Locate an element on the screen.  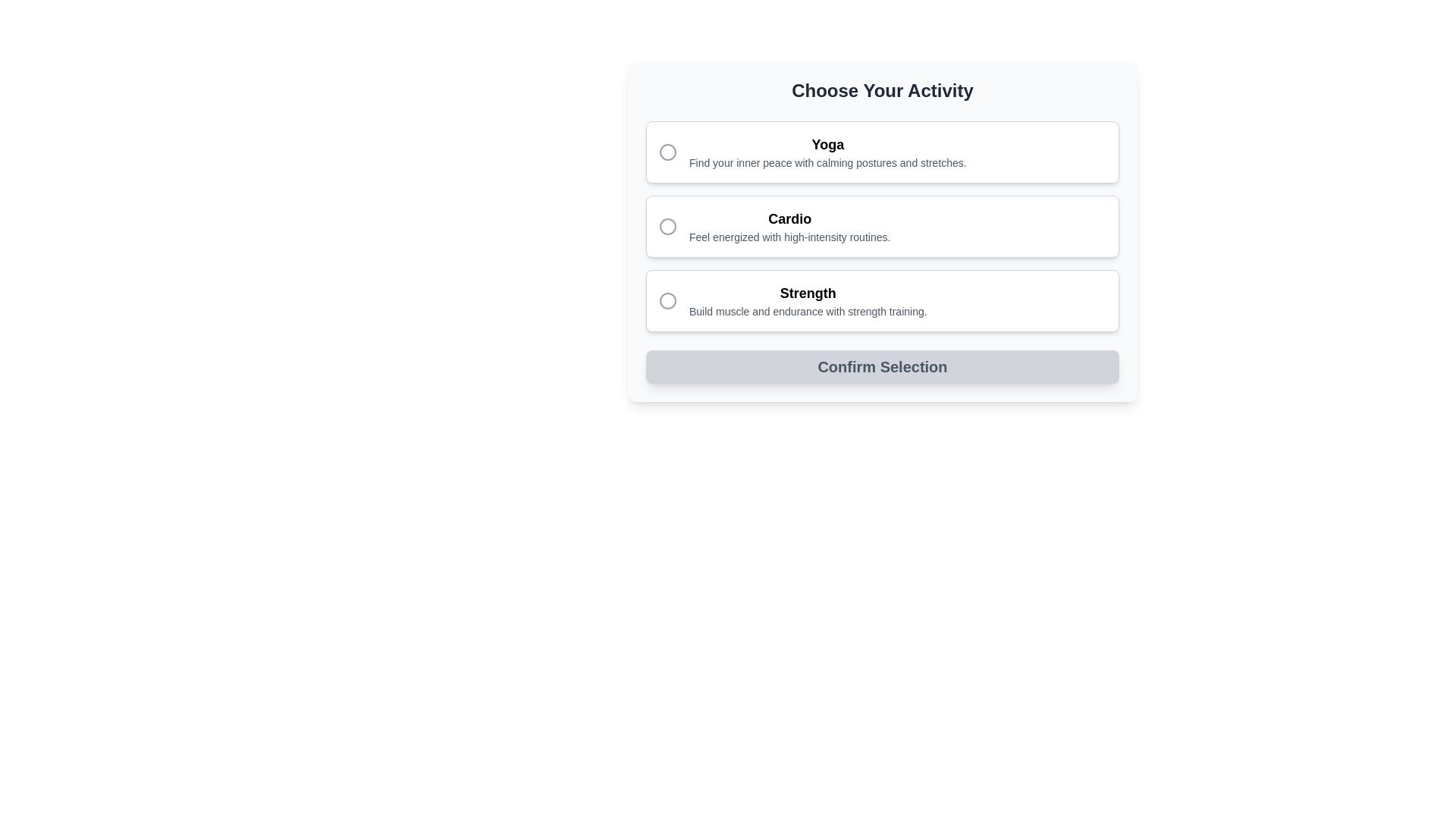
the 'Strength' activity selectable card, which is the third card in the vertical list is located at coordinates (882, 301).